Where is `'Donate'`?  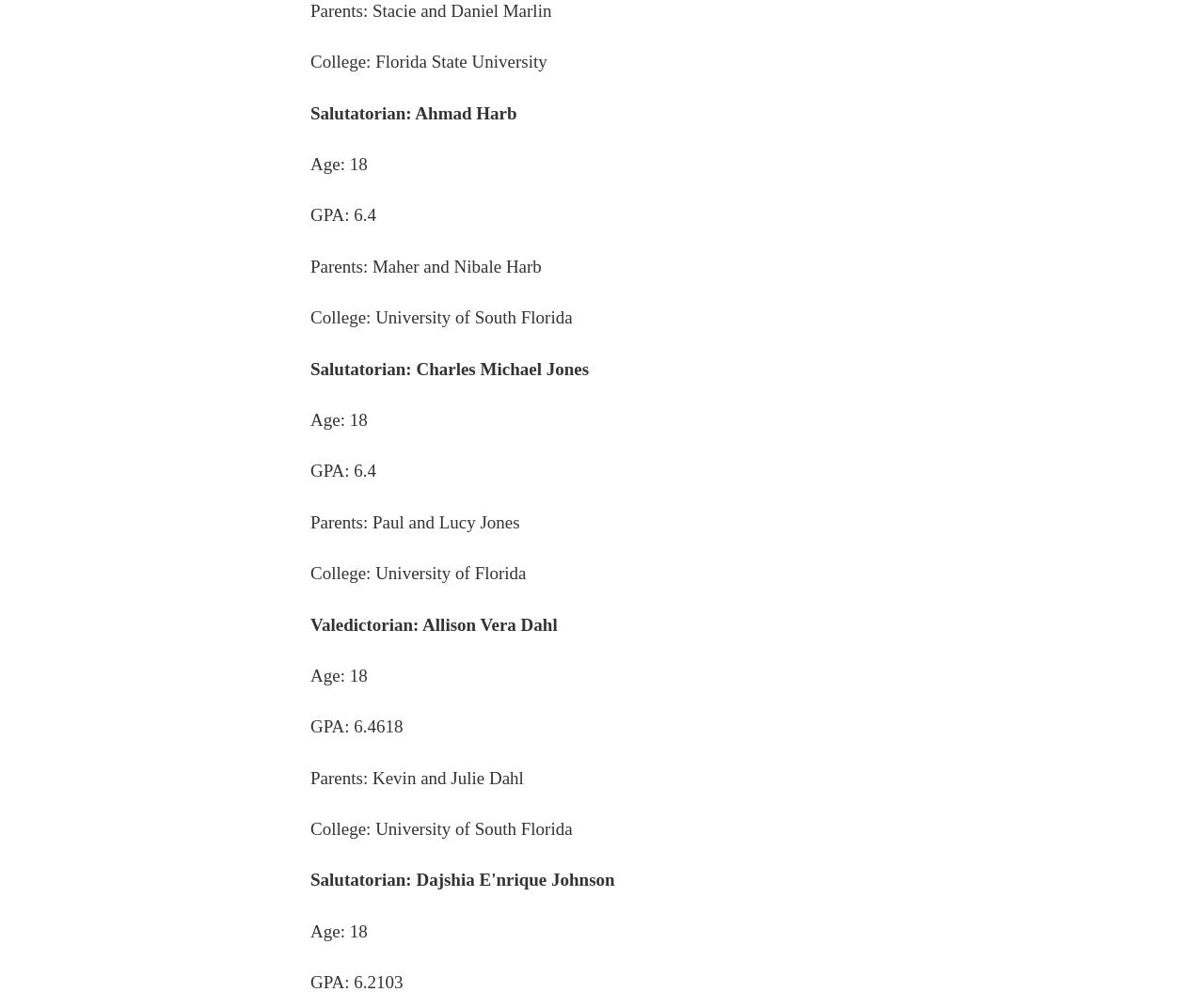 'Donate' is located at coordinates (233, 861).